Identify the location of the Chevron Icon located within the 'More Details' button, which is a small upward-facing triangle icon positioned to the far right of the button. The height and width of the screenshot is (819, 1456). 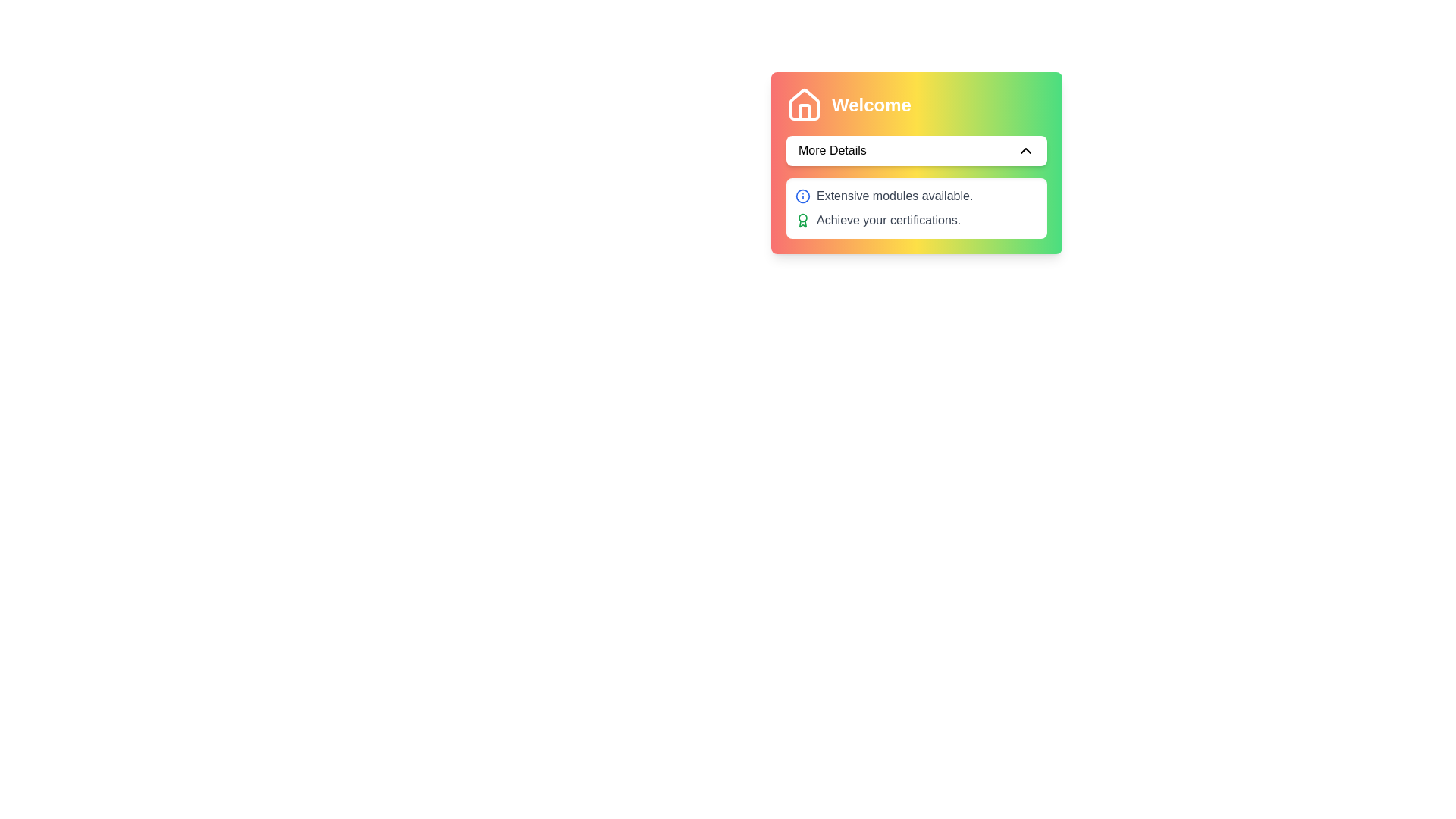
(1026, 151).